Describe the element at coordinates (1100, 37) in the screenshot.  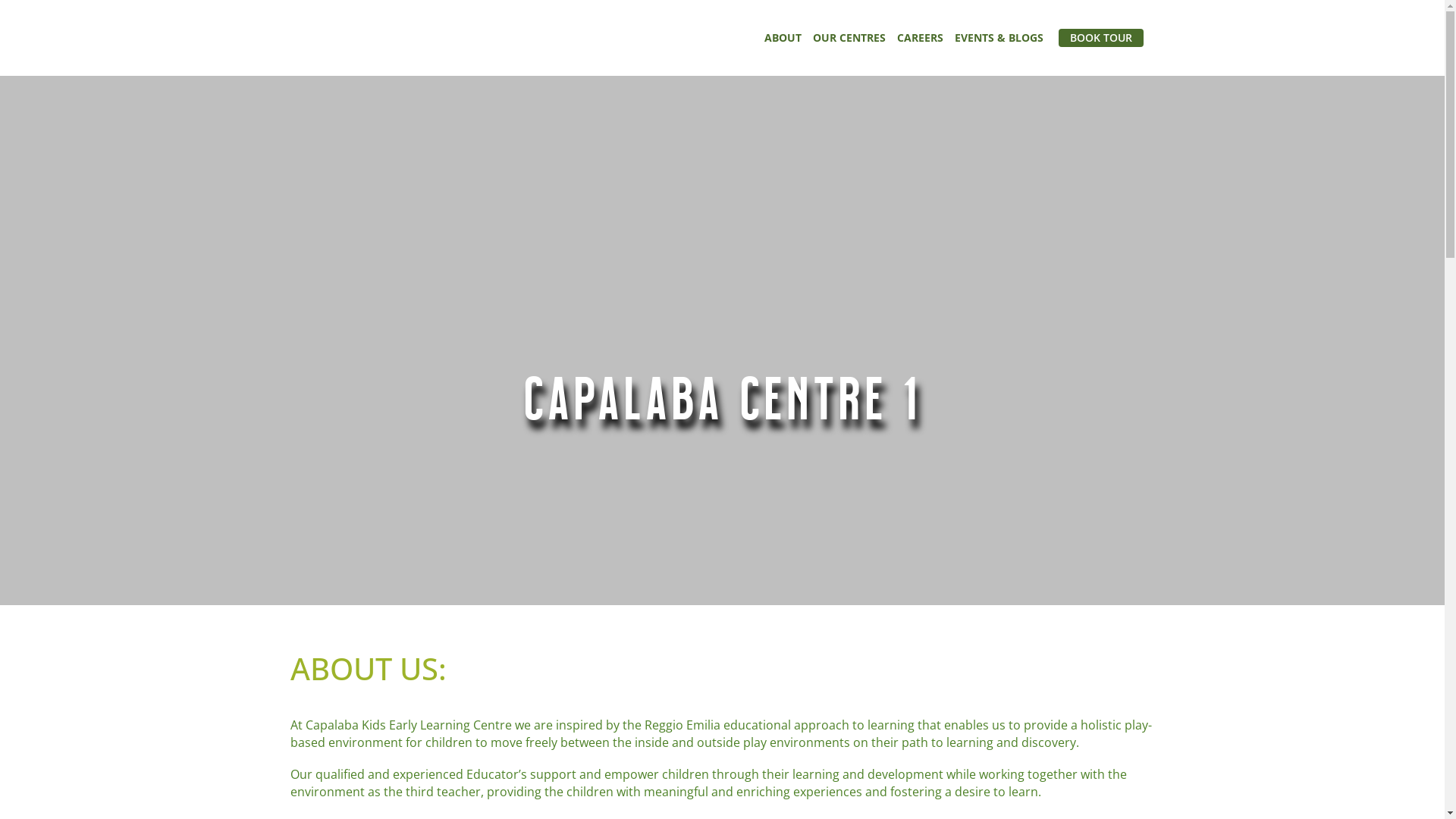
I see `'BOOK TOUR'` at that location.